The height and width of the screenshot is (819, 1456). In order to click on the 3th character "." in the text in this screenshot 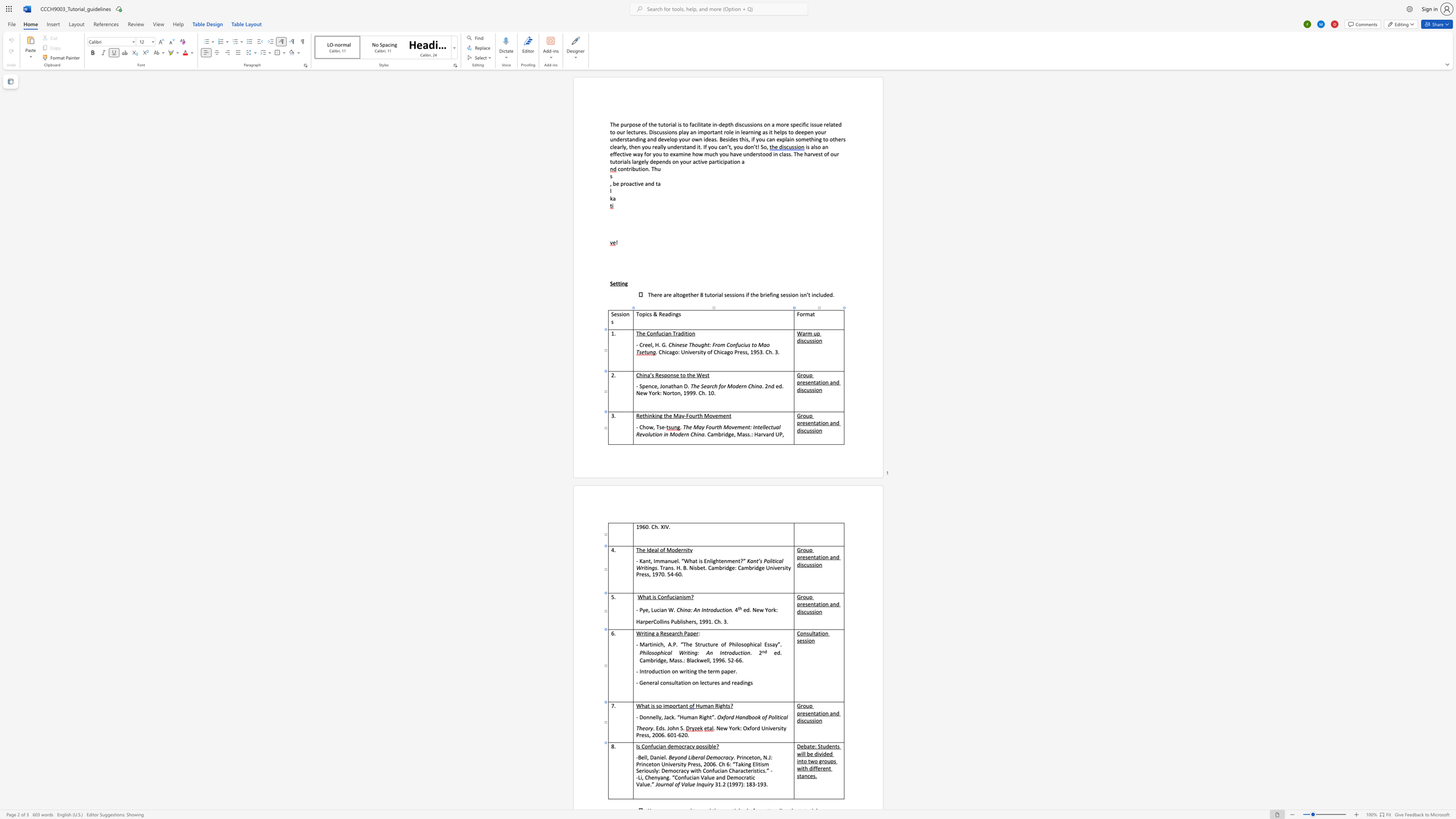, I will do `click(684, 727)`.